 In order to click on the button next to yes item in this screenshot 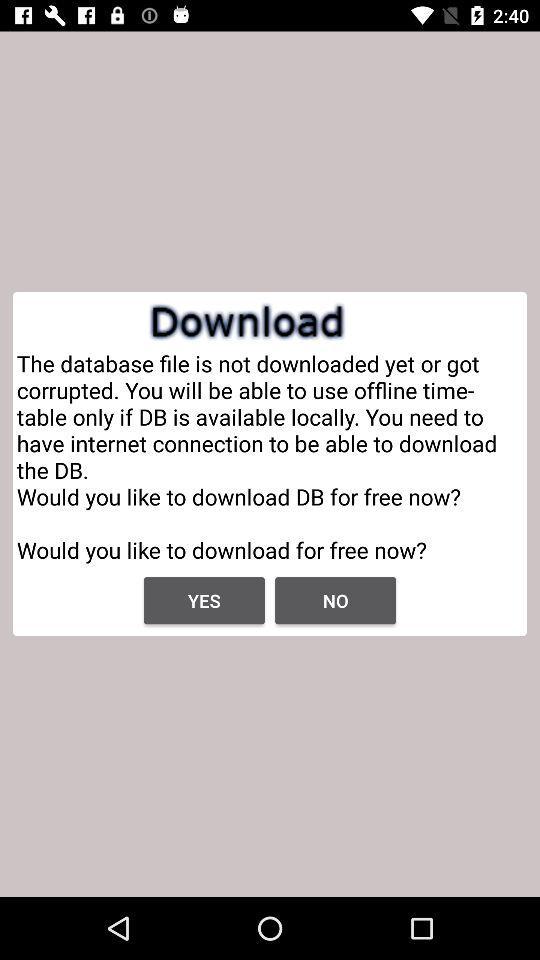, I will do `click(335, 600)`.